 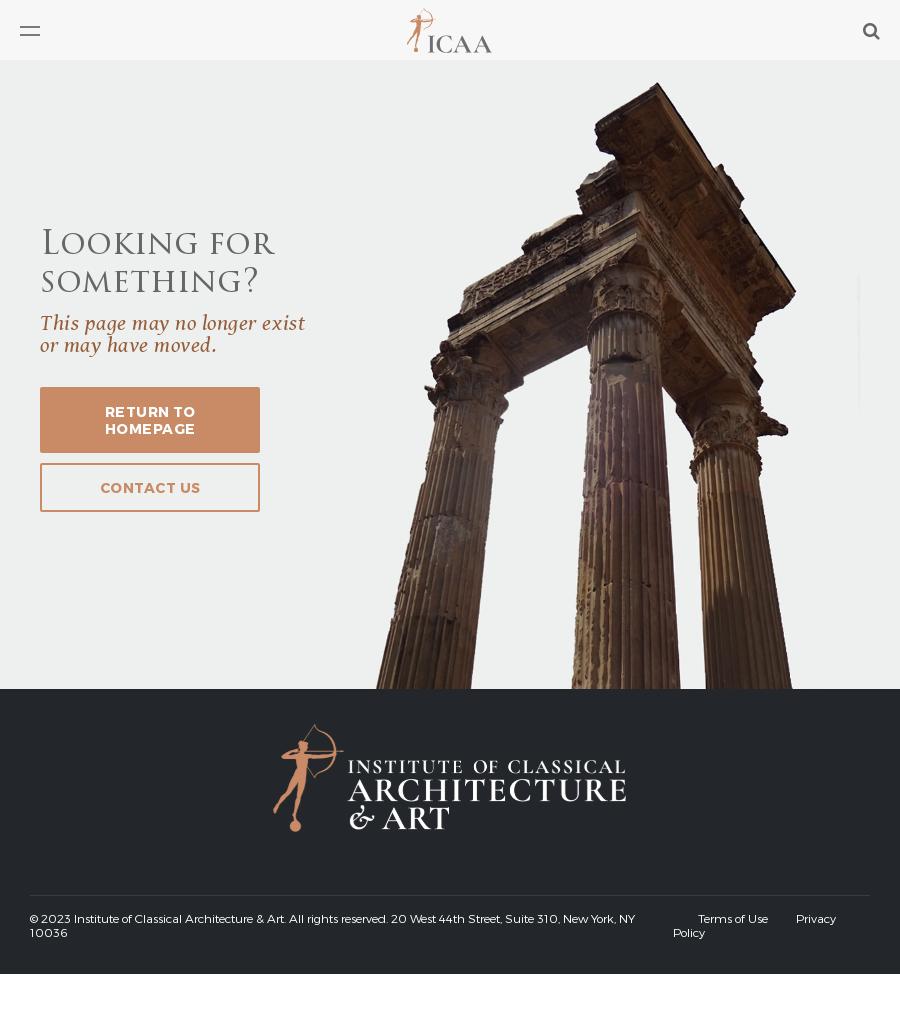 I want to click on 'Articles', so click(x=47, y=120).